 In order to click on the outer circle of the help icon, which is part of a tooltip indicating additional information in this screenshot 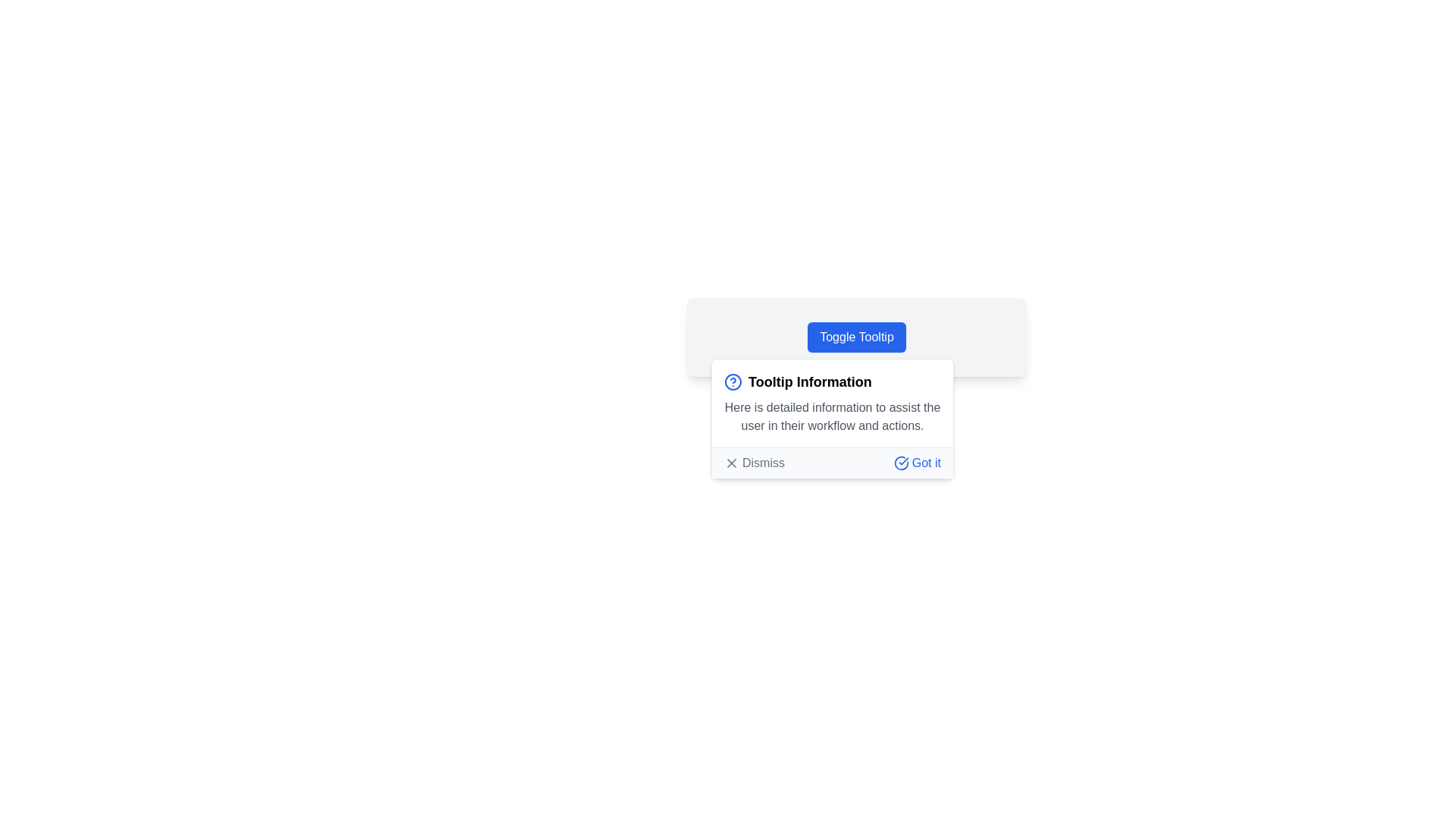, I will do `click(733, 381)`.